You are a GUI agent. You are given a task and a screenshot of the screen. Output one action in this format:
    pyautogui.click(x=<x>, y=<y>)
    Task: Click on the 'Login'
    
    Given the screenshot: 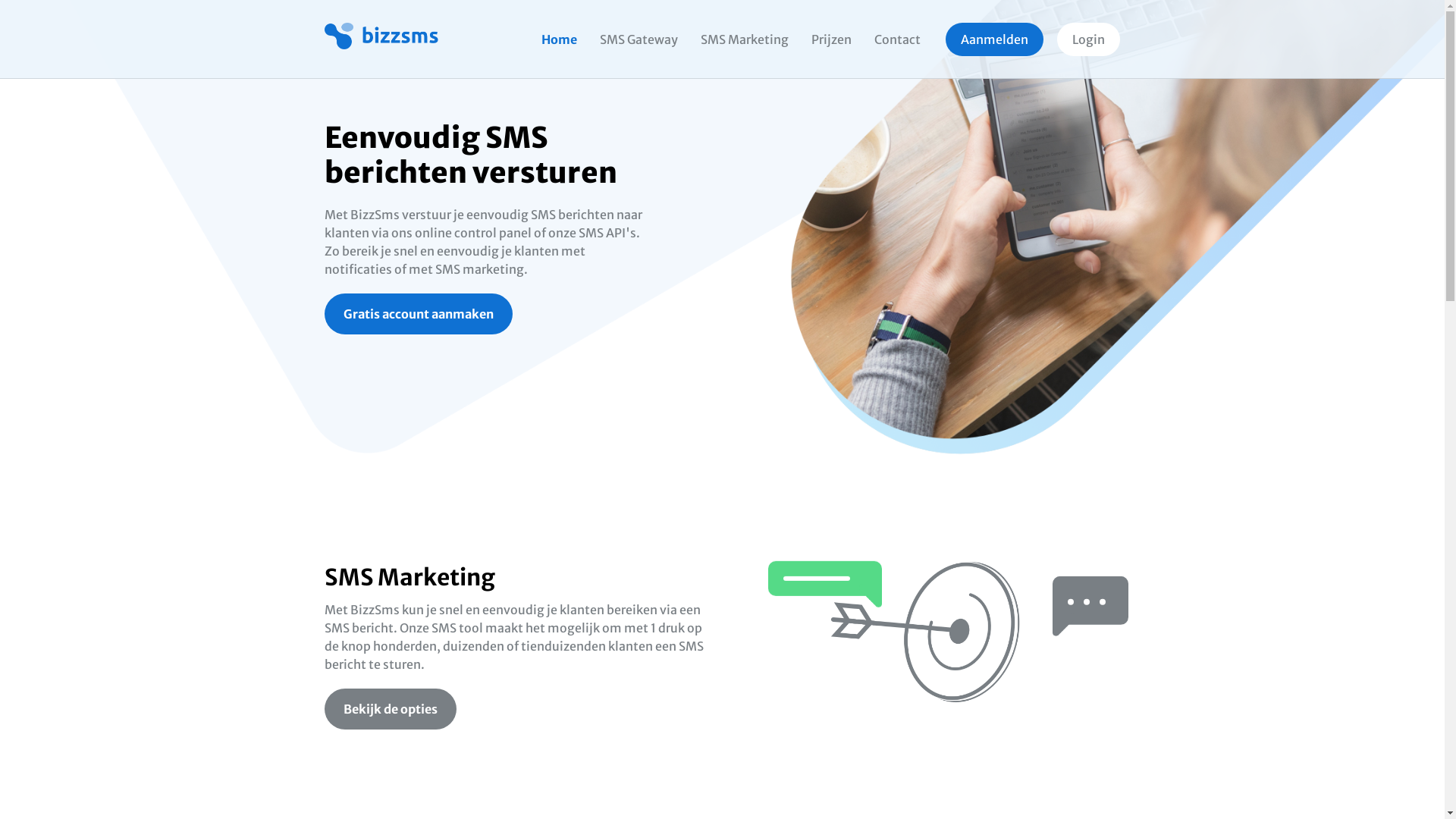 What is the action you would take?
    pyautogui.click(x=1087, y=38)
    